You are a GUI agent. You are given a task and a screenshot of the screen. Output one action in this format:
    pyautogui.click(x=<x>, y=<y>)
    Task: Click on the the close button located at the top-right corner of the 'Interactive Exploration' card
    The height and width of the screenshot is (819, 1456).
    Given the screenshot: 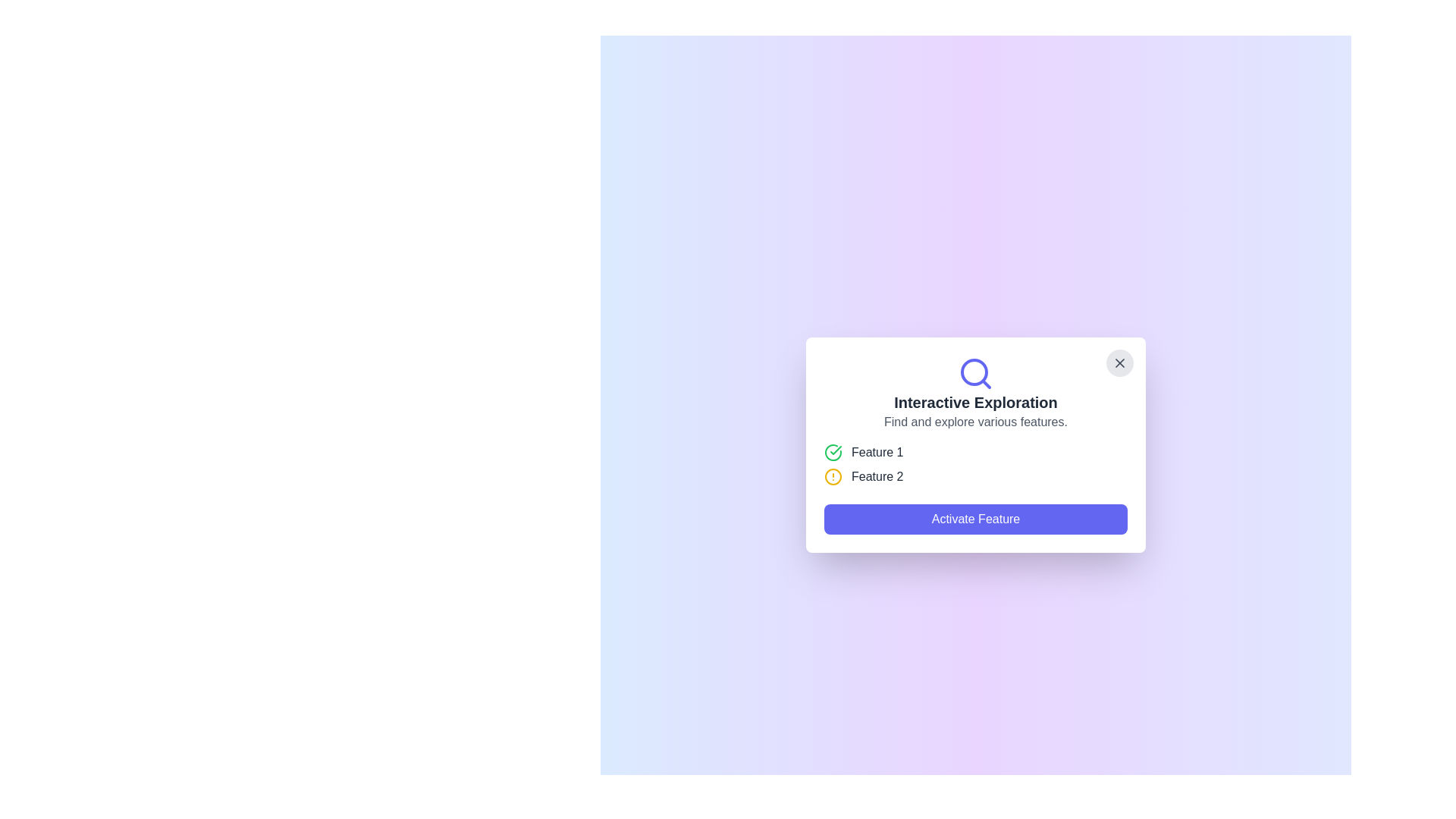 What is the action you would take?
    pyautogui.click(x=1120, y=362)
    